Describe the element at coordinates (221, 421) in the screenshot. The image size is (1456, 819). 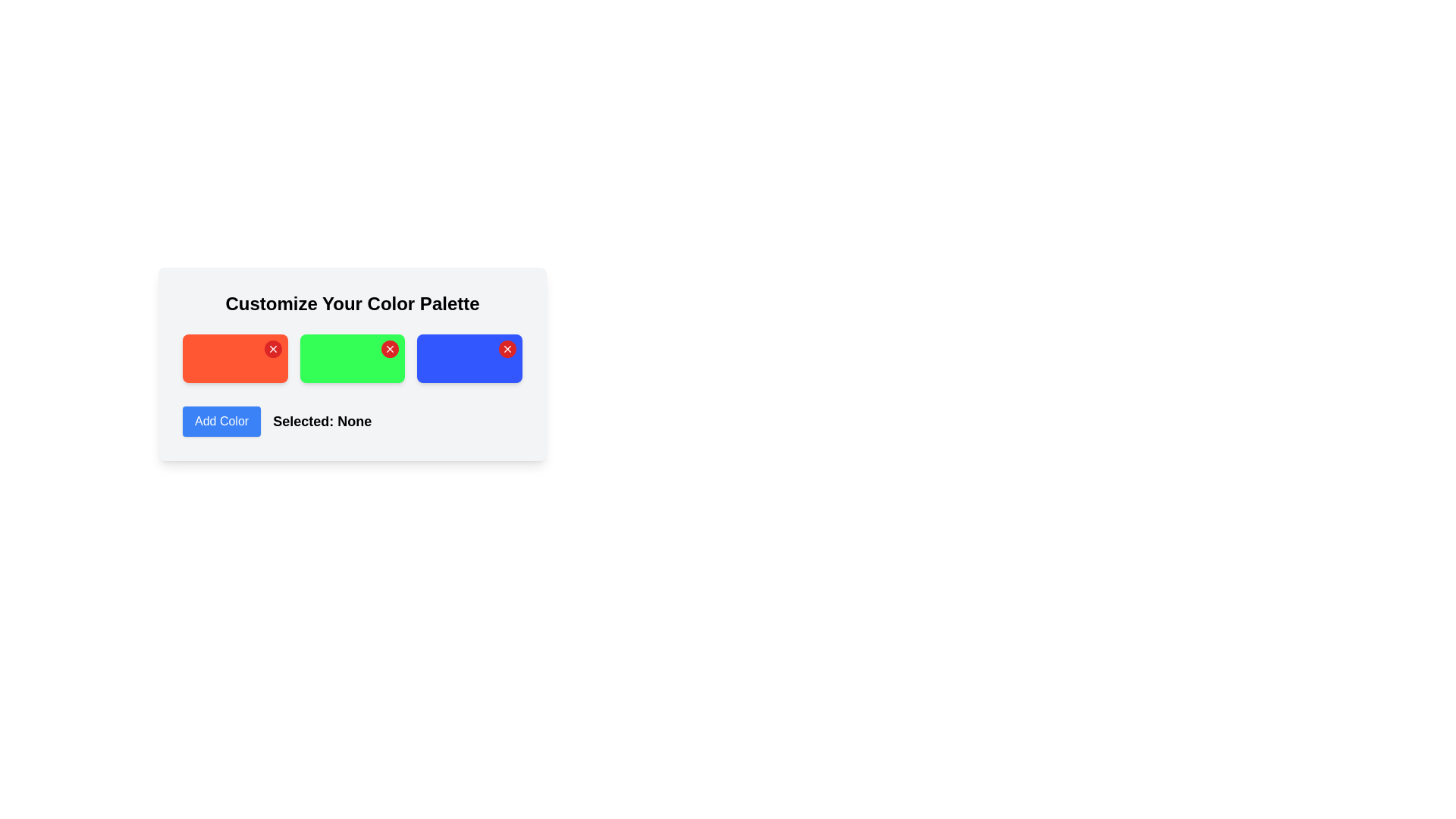
I see `the blue 'Add Color' button with rounded corners` at that location.